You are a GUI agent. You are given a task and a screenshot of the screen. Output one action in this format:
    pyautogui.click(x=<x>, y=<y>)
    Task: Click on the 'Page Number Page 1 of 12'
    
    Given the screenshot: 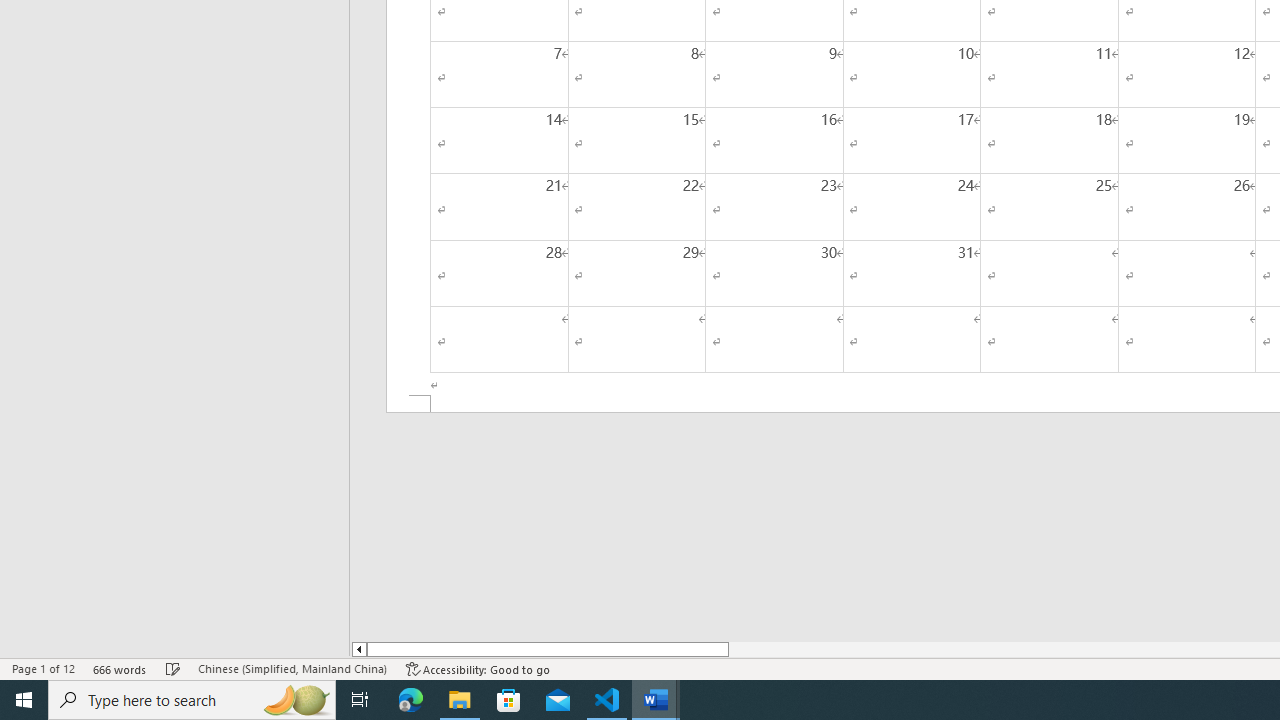 What is the action you would take?
    pyautogui.click(x=43, y=669)
    